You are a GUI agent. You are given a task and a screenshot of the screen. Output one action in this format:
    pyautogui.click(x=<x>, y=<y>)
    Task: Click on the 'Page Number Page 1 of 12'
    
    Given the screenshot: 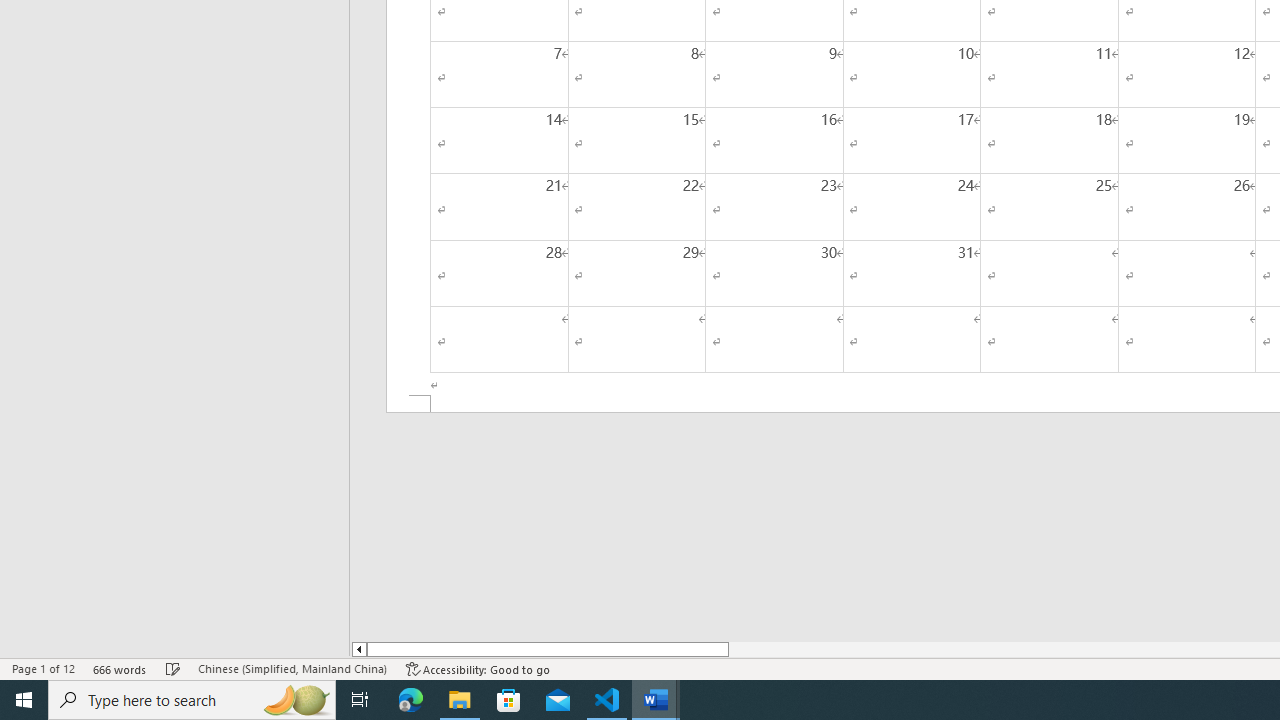 What is the action you would take?
    pyautogui.click(x=43, y=669)
    